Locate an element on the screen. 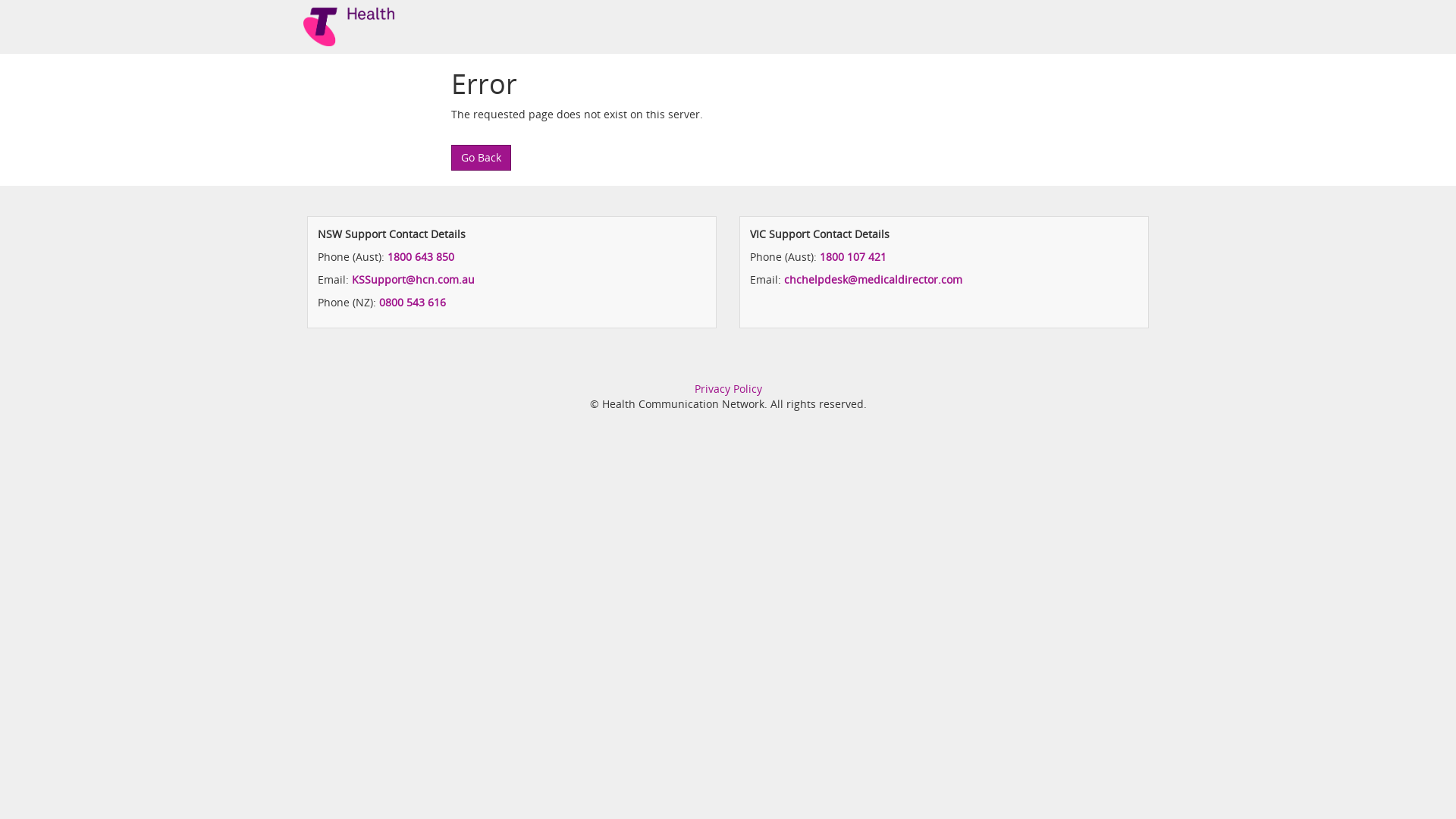 Image resolution: width=1456 pixels, height=819 pixels. '1800 643 850' is located at coordinates (421, 256).